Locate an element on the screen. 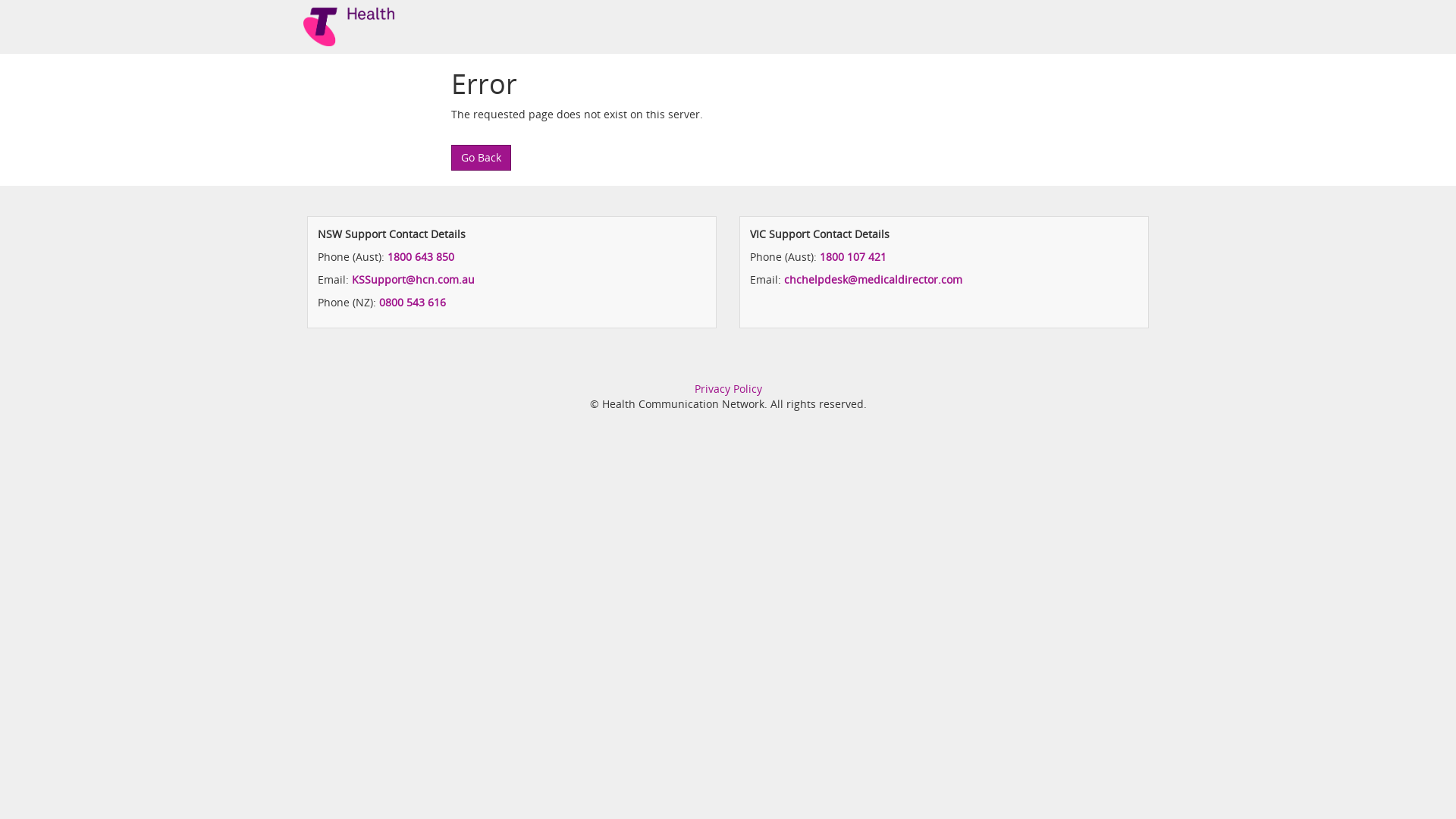 Image resolution: width=1456 pixels, height=819 pixels. '1800 643 850' is located at coordinates (421, 256).